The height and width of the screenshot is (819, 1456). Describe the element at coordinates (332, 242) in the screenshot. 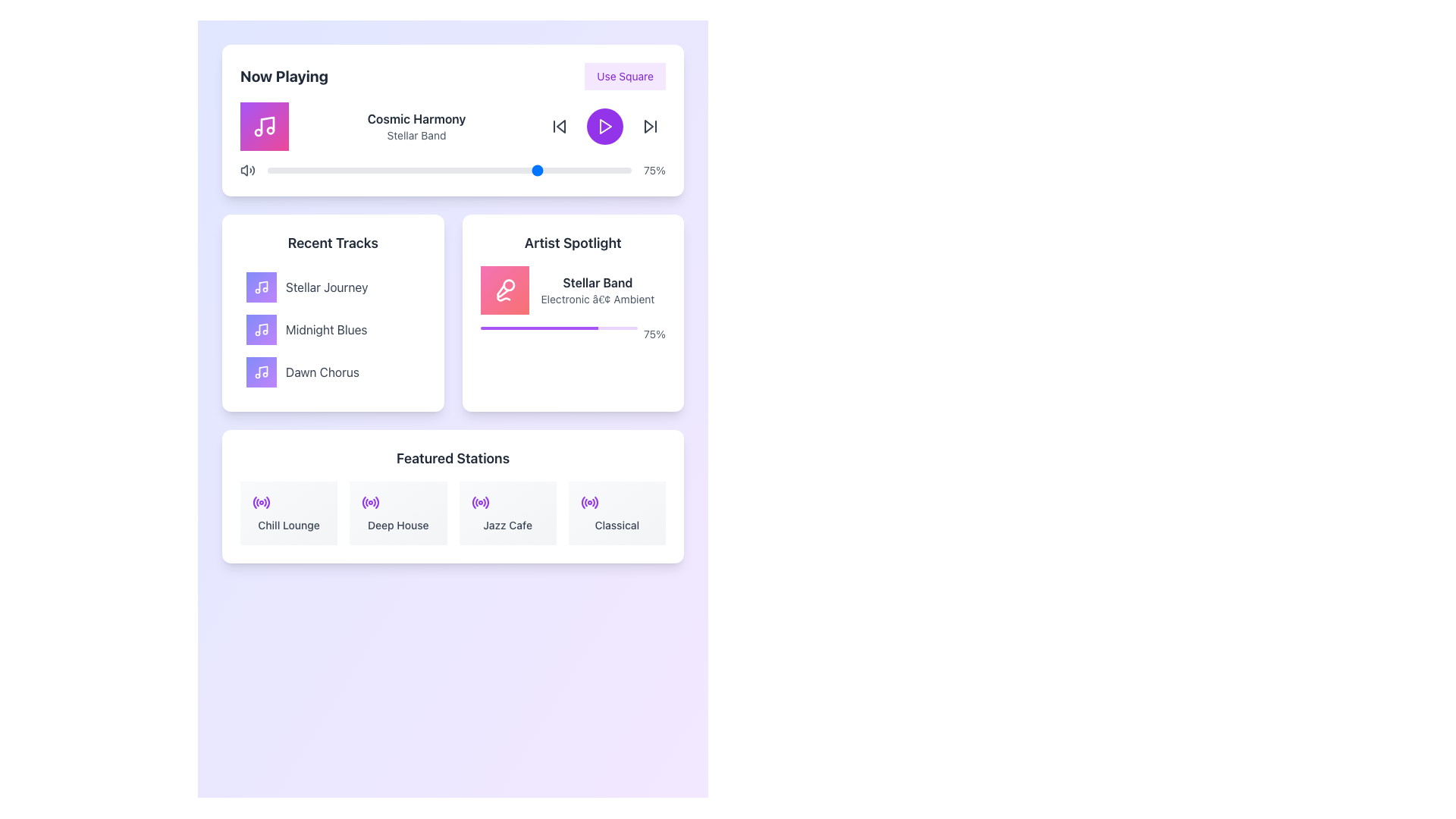

I see `static text label that serves as a section header for the 'Recent Tracks' list, located at the topmost center of the card in the upper-middle section of the interface` at that location.